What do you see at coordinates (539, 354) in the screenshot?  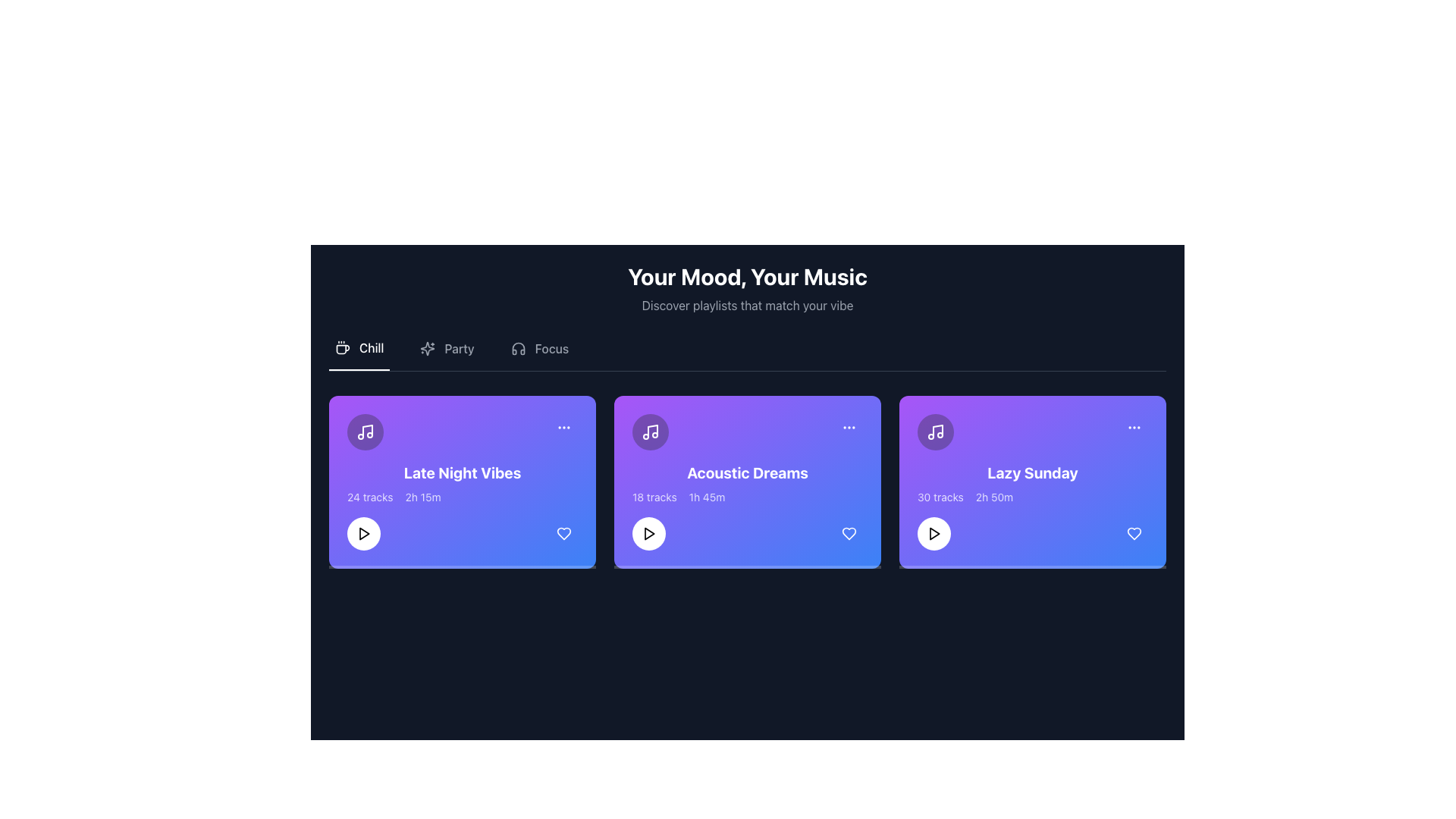 I see `the 'Focus' button, which is the third item in the navigation bar` at bounding box center [539, 354].